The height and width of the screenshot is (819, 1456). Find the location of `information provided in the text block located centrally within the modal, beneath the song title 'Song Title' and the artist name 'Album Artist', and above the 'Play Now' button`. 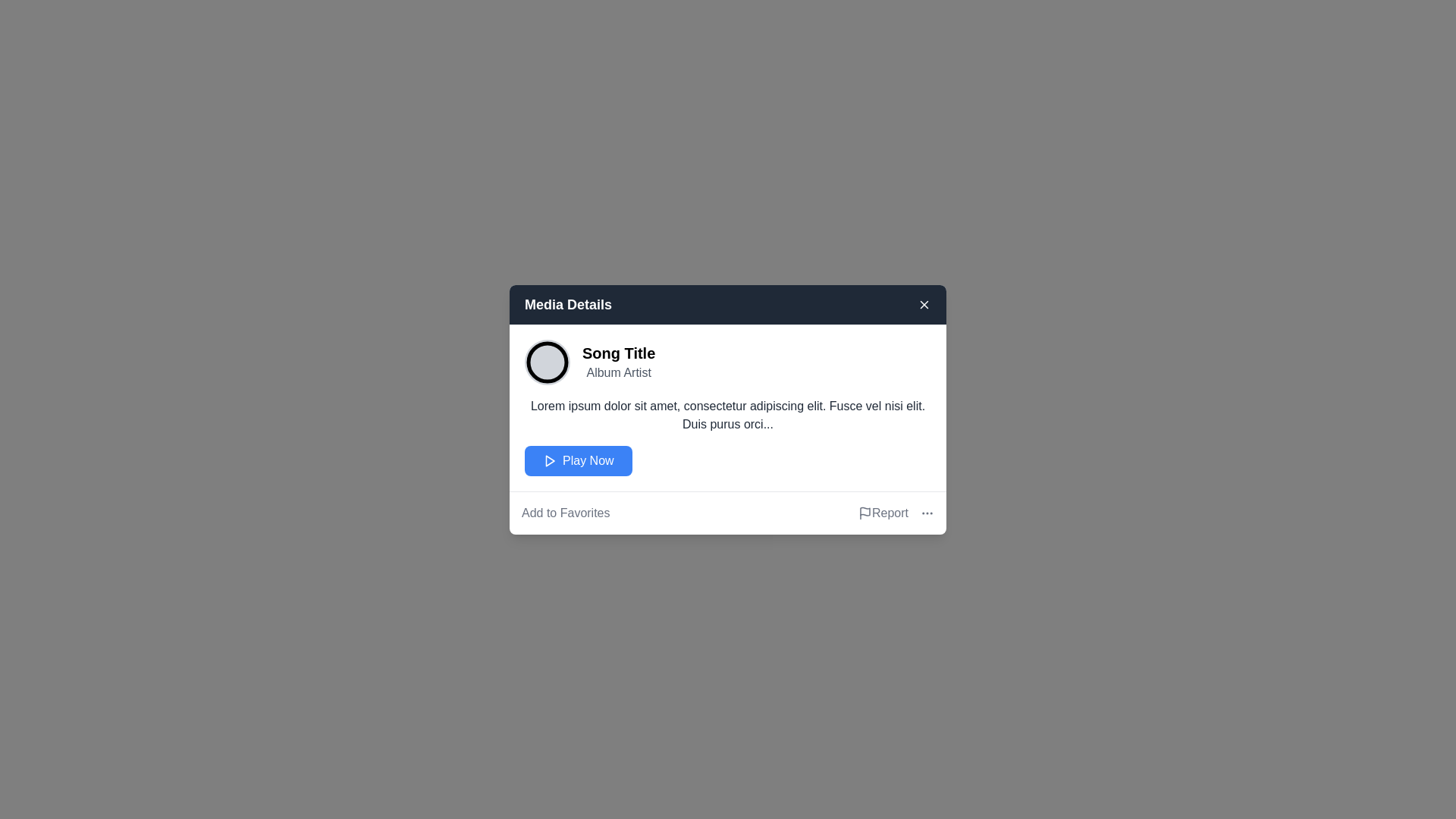

information provided in the text block located centrally within the modal, beneath the song title 'Song Title' and the artist name 'Album Artist', and above the 'Play Now' button is located at coordinates (728, 415).